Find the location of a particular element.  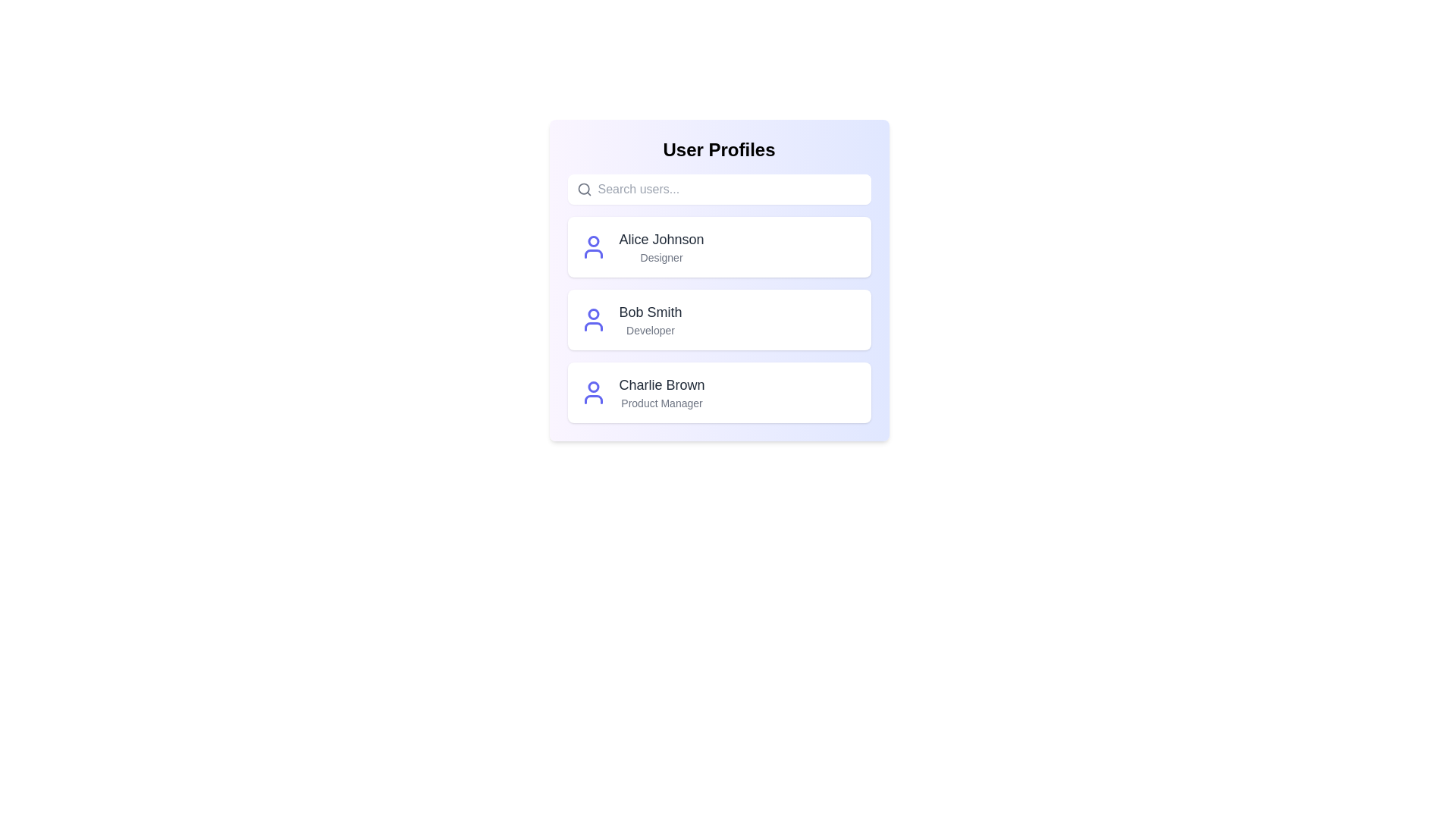

the user profile of Charlie Brown to focus on it is located at coordinates (718, 391).